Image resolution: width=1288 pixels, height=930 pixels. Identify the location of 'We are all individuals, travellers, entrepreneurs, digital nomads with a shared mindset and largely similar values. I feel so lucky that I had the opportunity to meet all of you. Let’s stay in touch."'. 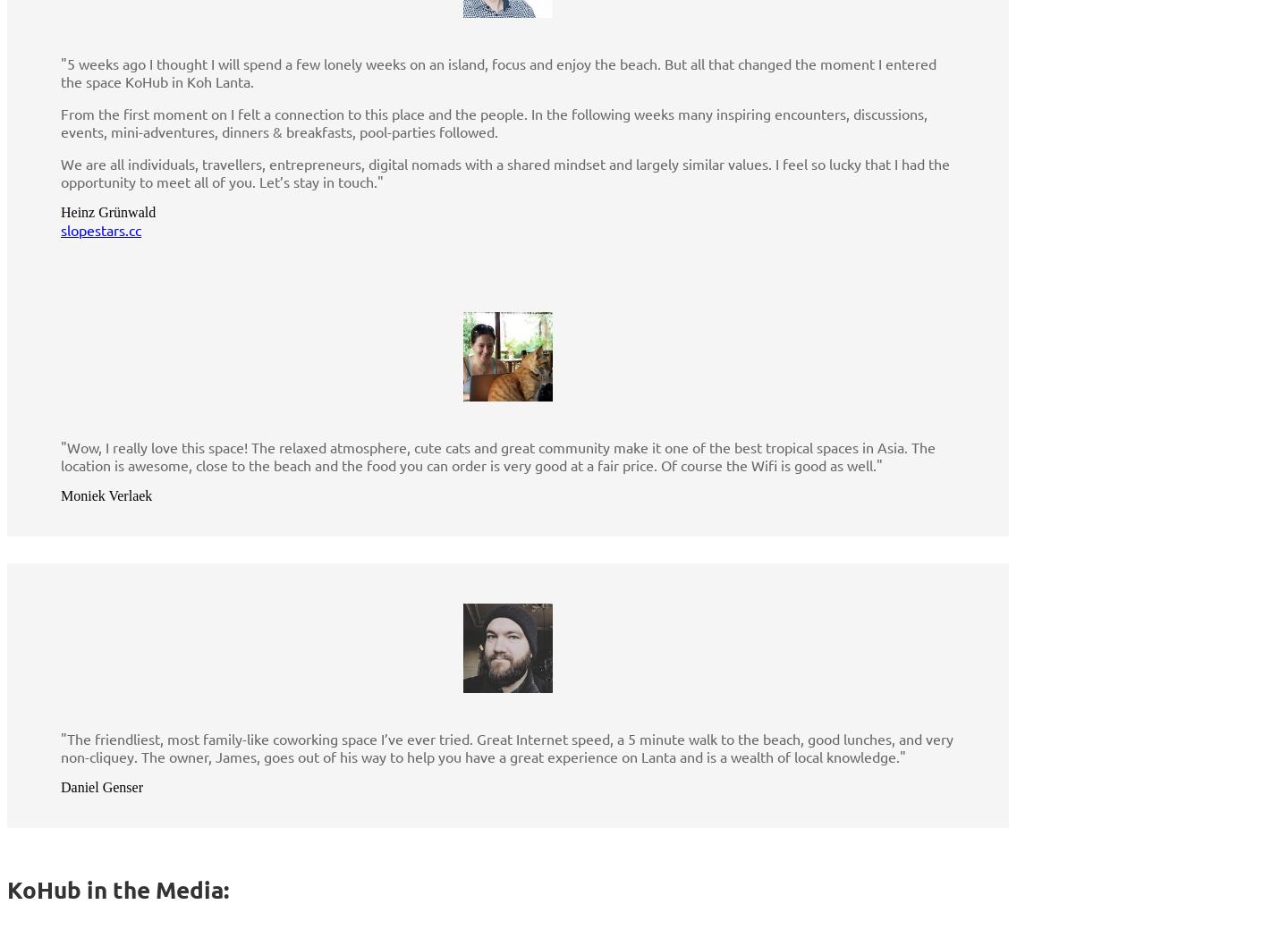
(505, 173).